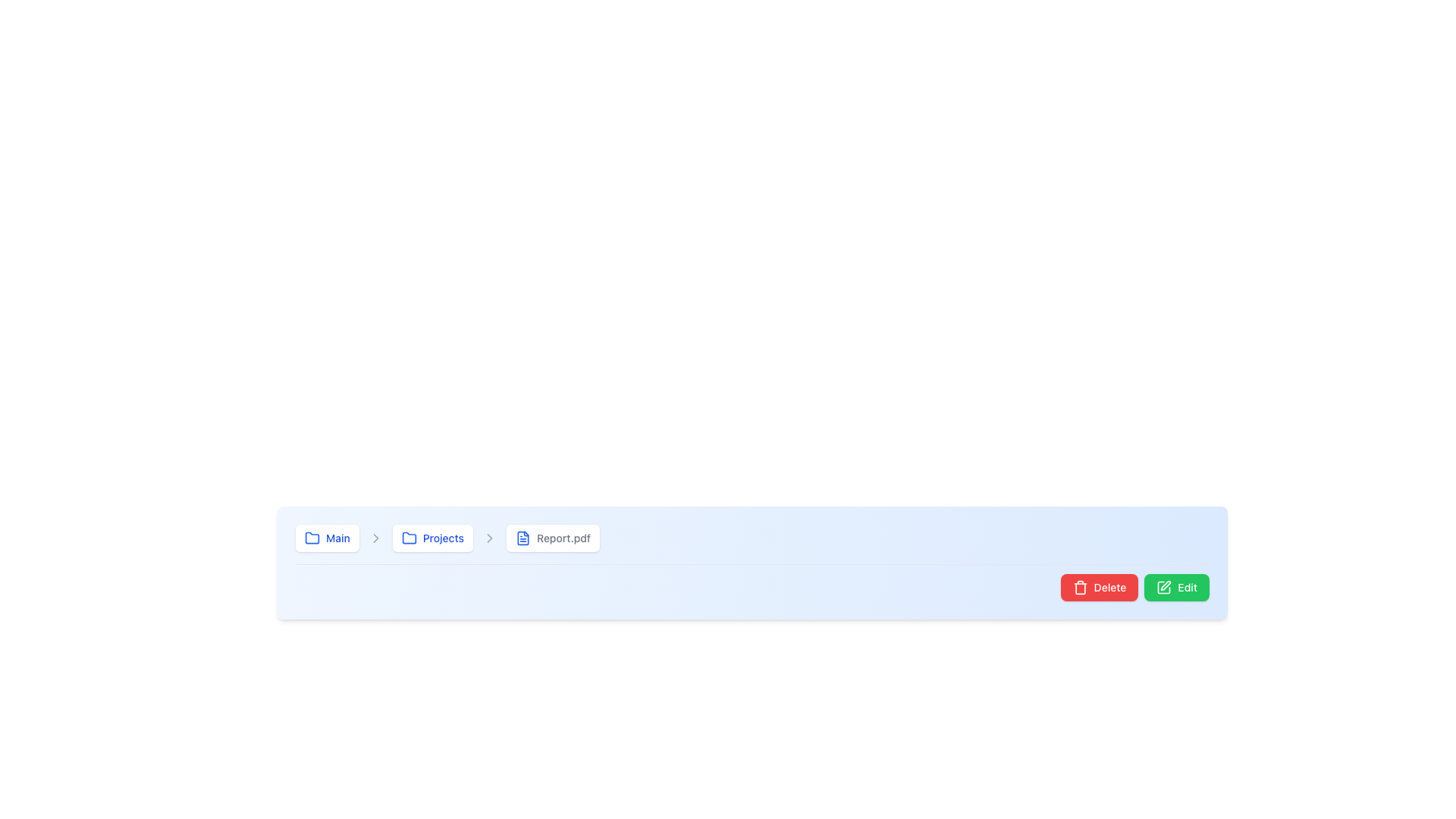 The image size is (1456, 819). Describe the element at coordinates (326, 537) in the screenshot. I see `the first button in the breadcrumb navigation bar` at that location.